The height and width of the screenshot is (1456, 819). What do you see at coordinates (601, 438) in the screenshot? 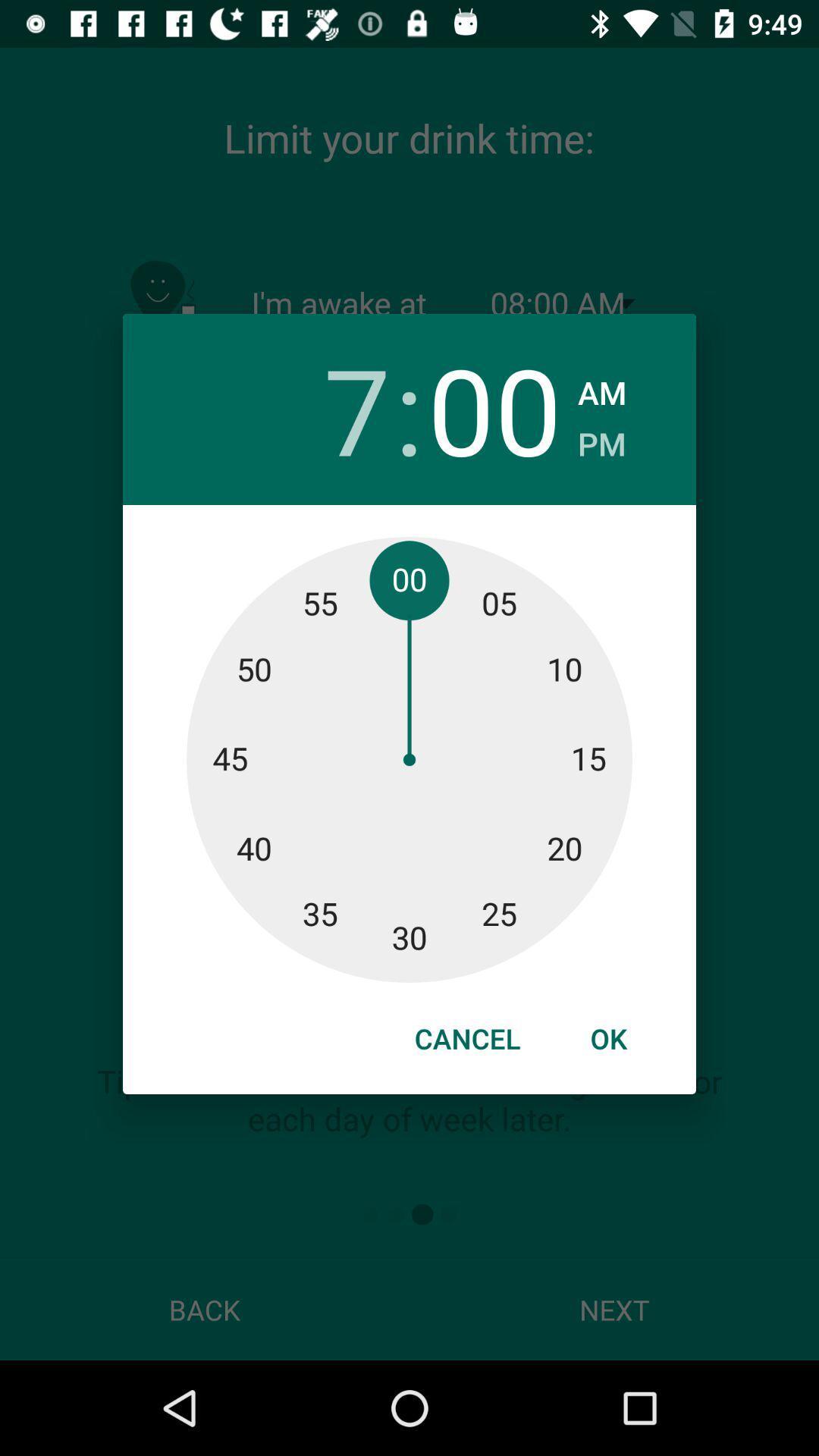
I see `the pm` at bounding box center [601, 438].